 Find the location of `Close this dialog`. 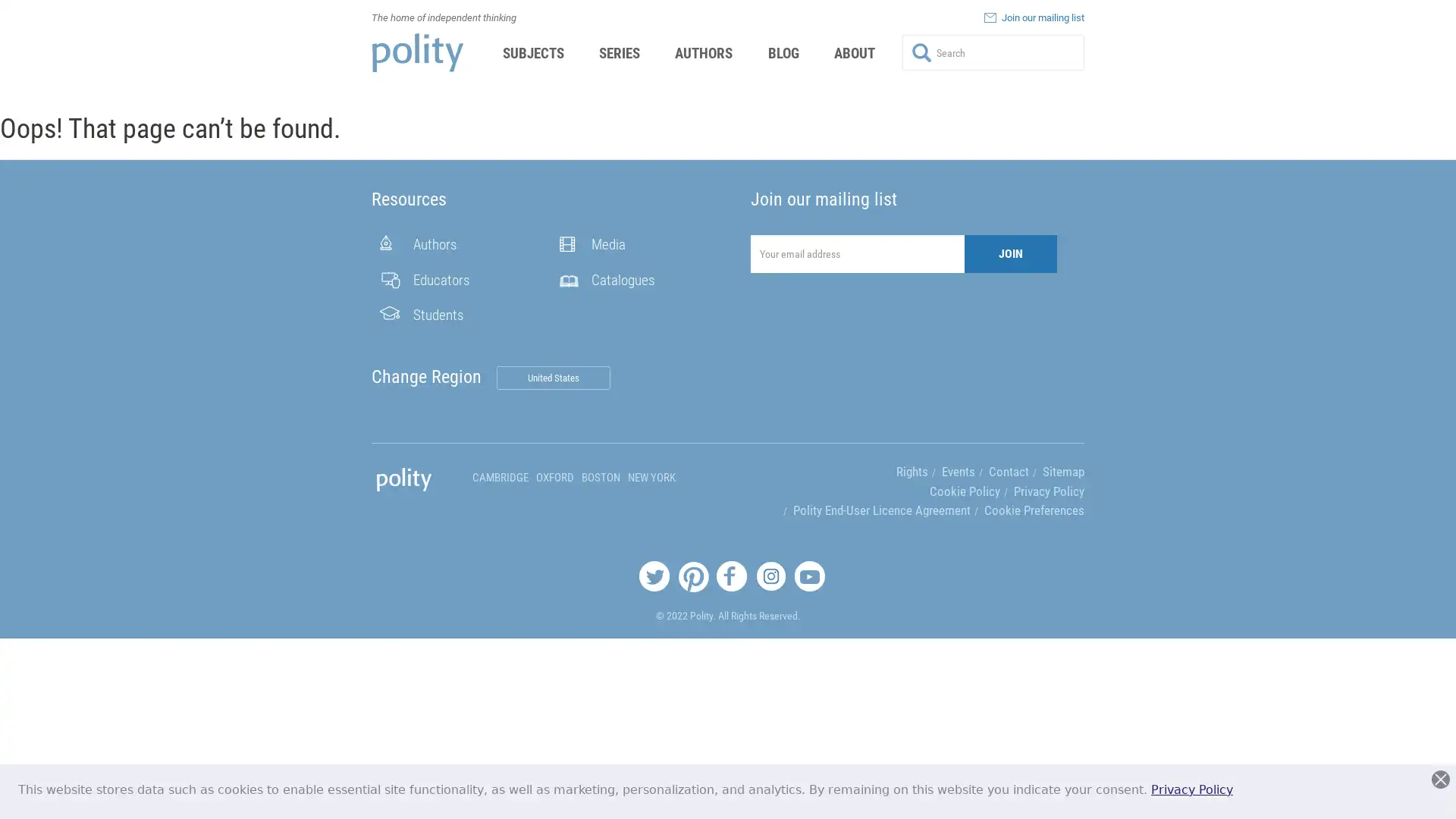

Close this dialog is located at coordinates (1440, 780).